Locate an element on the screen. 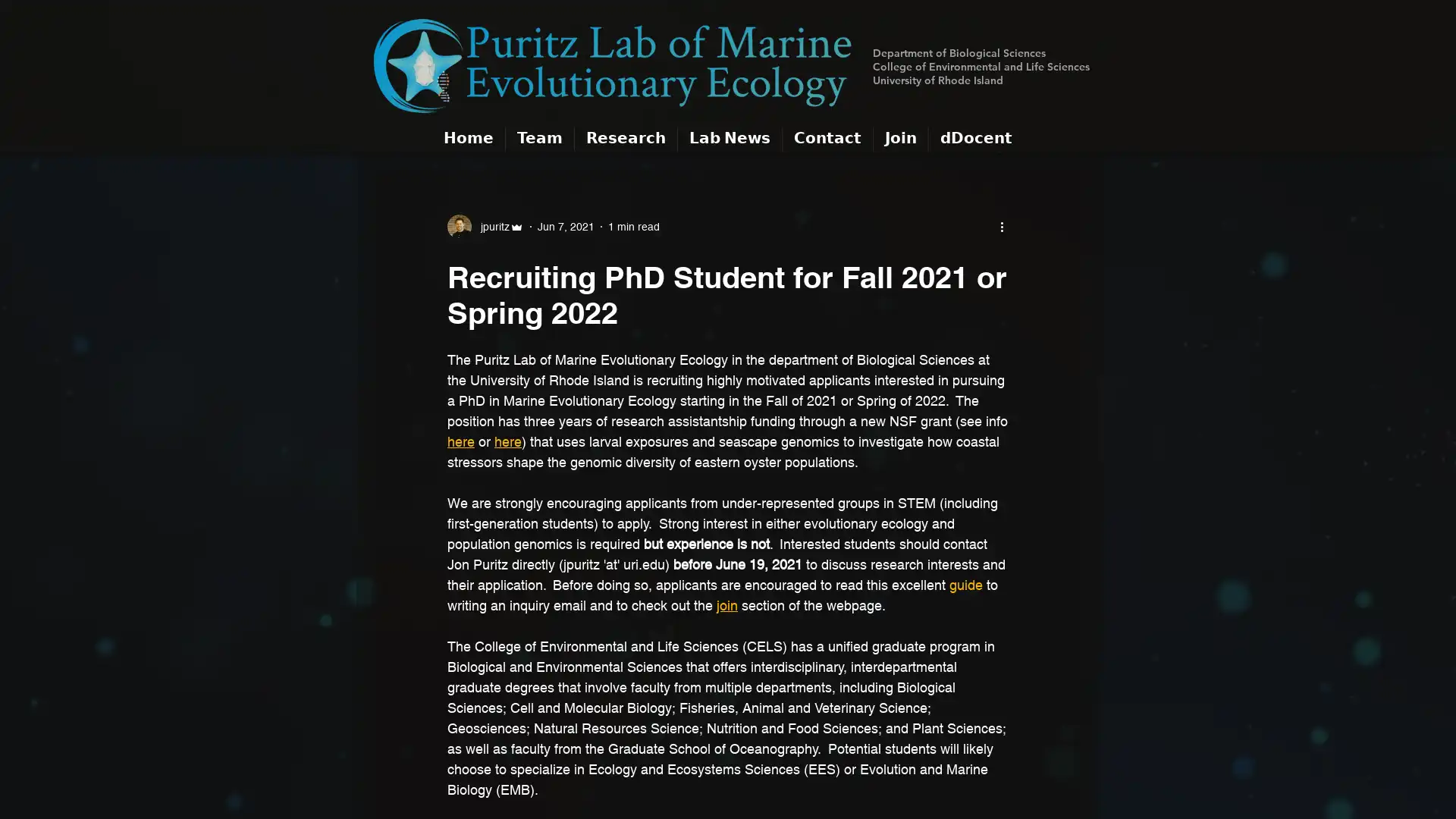 This screenshot has width=1456, height=819. More actions is located at coordinates (1006, 226).